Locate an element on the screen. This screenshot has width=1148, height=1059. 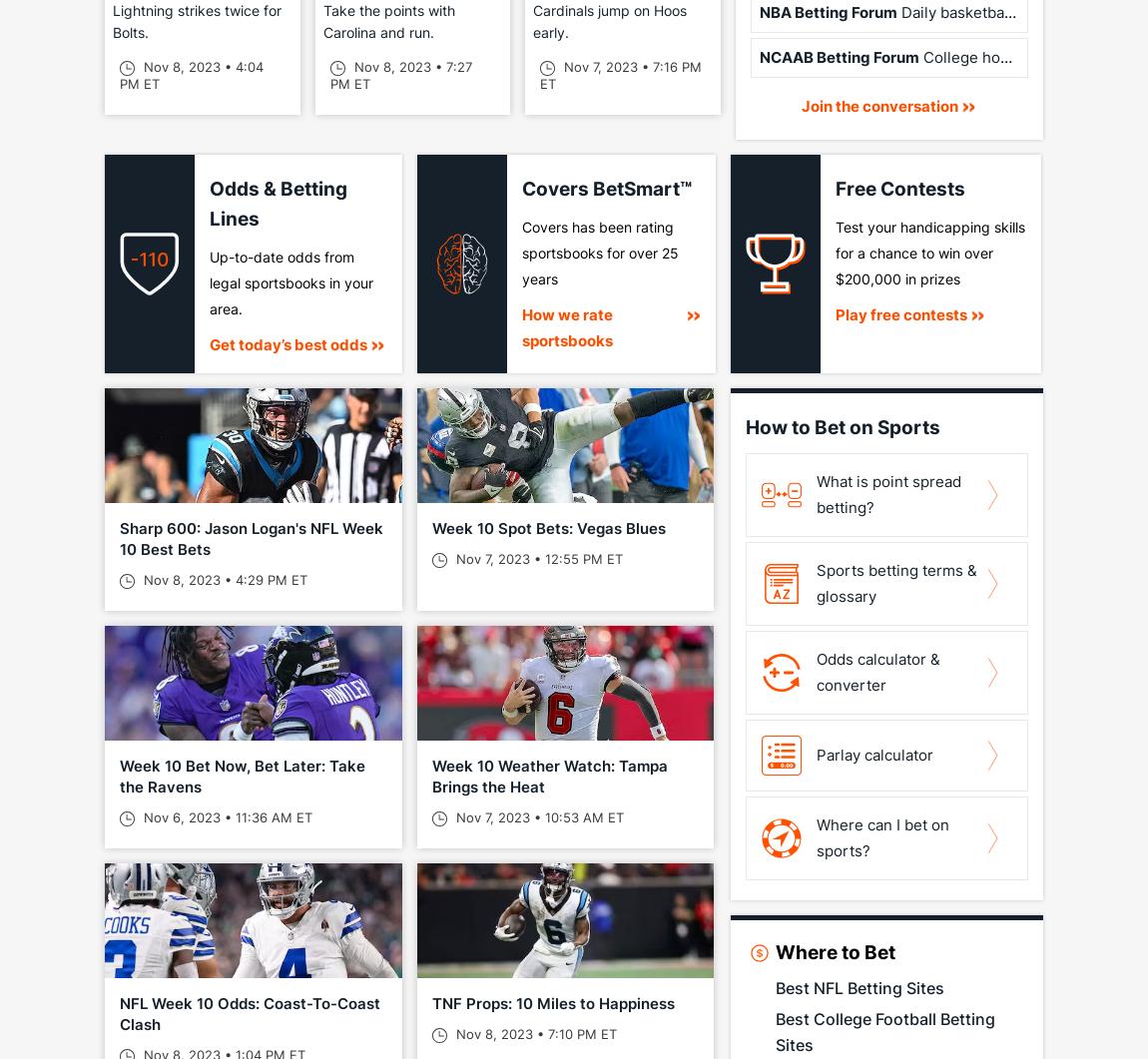
'College hoops talk' is located at coordinates (988, 57).